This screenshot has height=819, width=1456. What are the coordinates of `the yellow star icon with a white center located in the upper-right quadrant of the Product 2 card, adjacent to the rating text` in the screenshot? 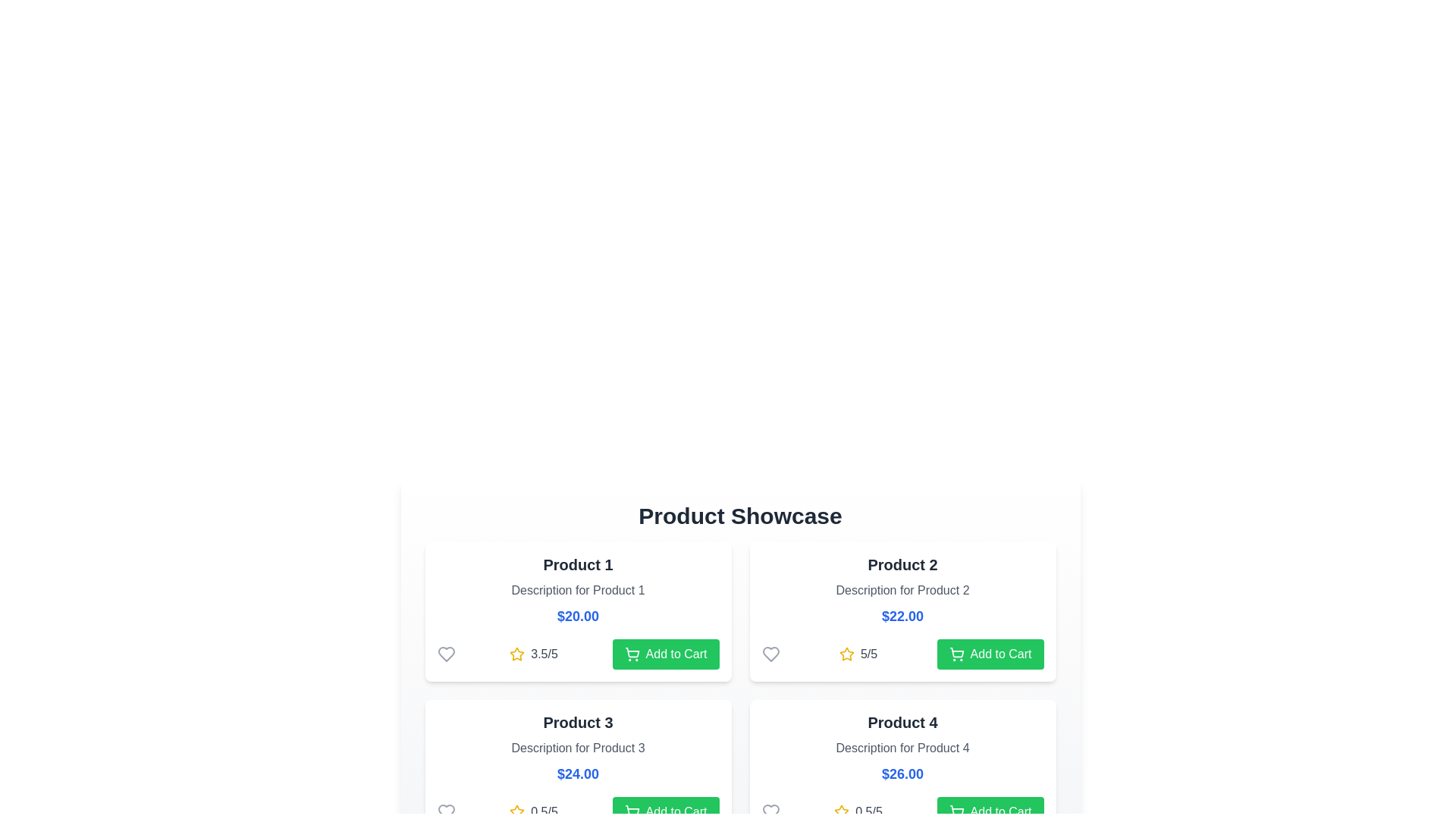 It's located at (517, 653).